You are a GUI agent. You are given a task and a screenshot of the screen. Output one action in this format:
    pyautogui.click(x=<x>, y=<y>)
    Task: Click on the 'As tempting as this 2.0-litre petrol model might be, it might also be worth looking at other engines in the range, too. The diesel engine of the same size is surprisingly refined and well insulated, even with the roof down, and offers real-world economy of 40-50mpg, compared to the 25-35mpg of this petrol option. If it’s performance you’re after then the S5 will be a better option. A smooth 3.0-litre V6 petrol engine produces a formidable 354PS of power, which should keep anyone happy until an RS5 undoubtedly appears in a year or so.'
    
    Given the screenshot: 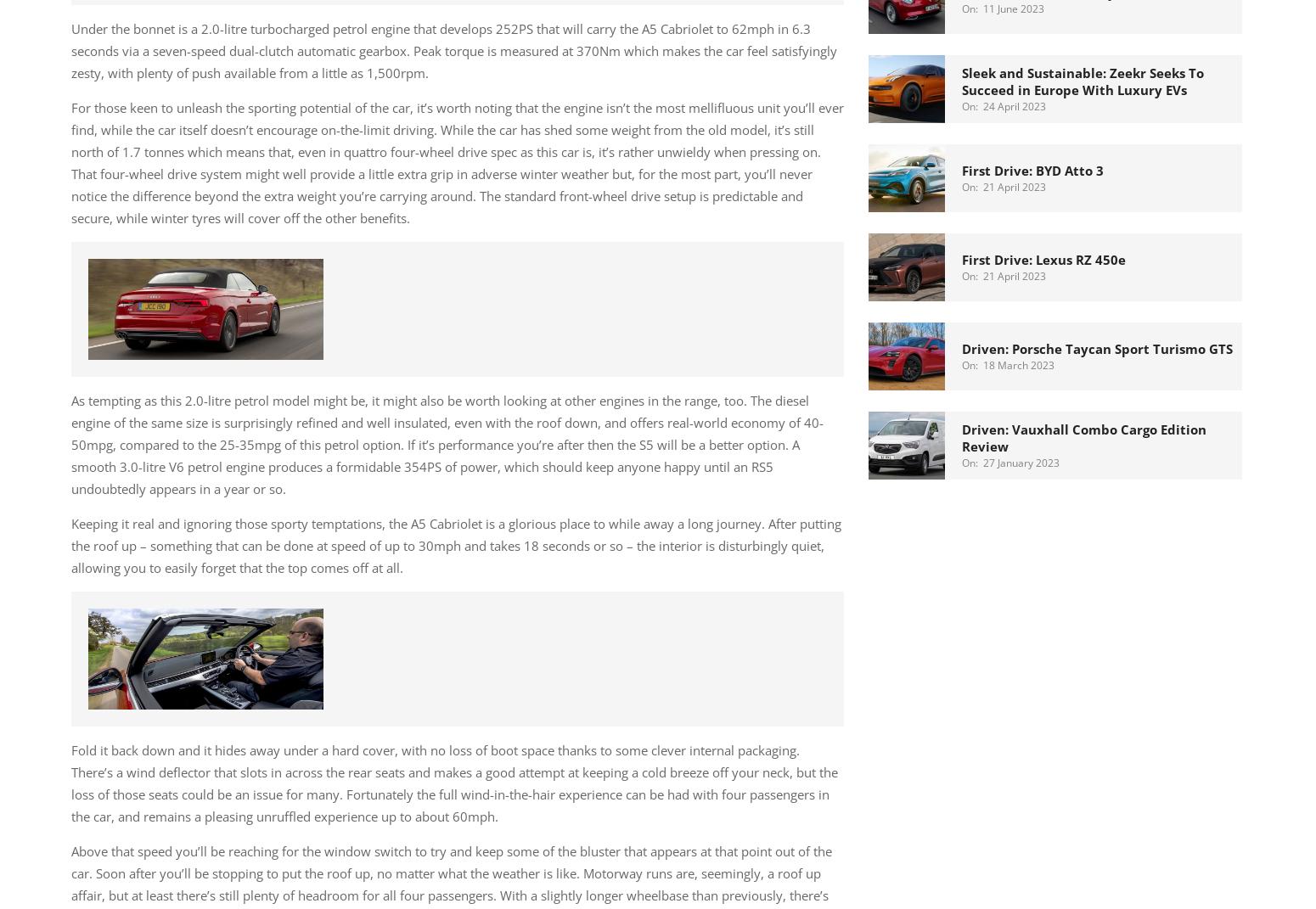 What is the action you would take?
    pyautogui.click(x=447, y=442)
    